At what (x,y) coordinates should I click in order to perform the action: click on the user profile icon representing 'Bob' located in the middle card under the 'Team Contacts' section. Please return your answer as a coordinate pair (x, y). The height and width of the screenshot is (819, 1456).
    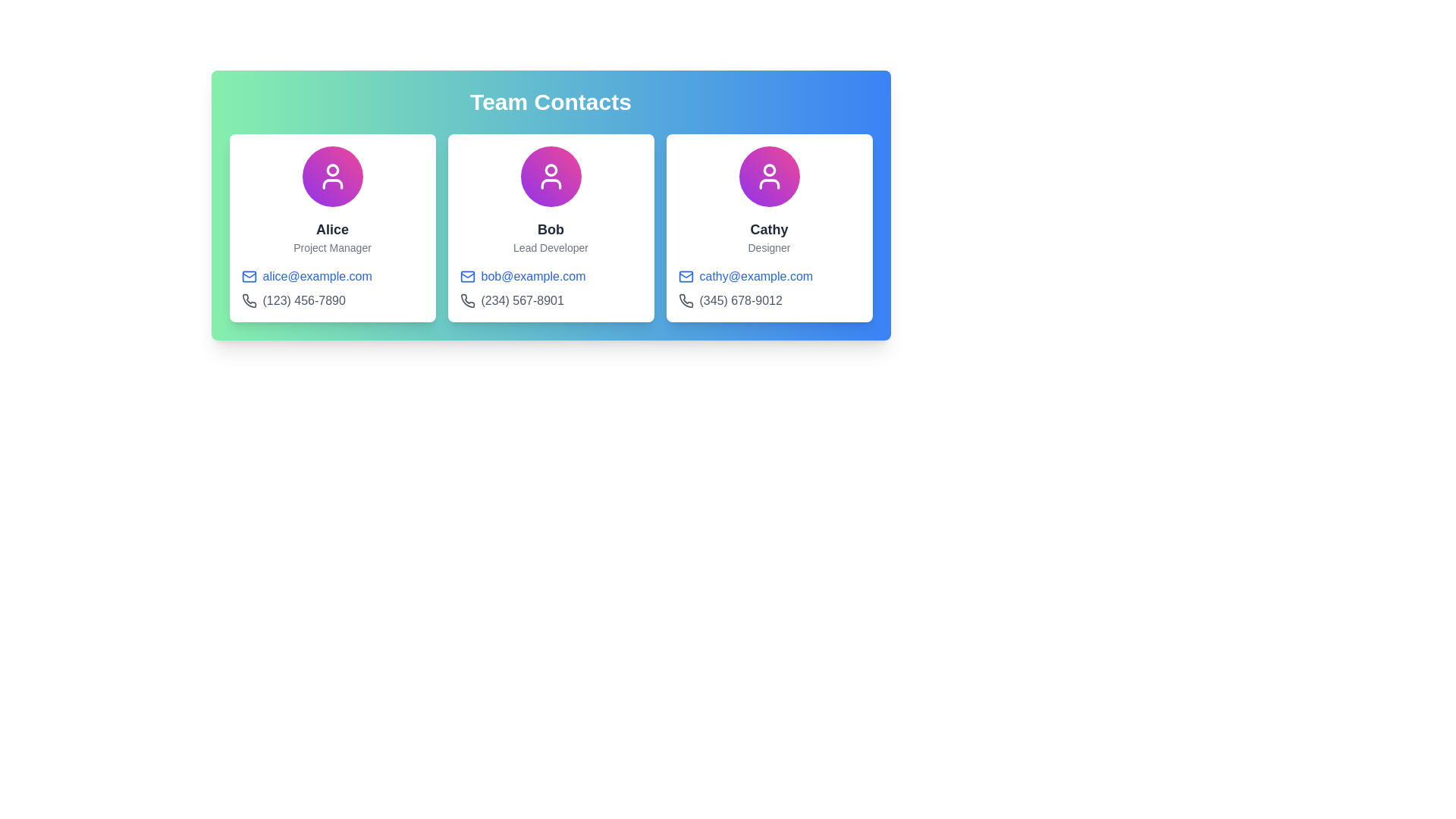
    Looking at the image, I should click on (550, 175).